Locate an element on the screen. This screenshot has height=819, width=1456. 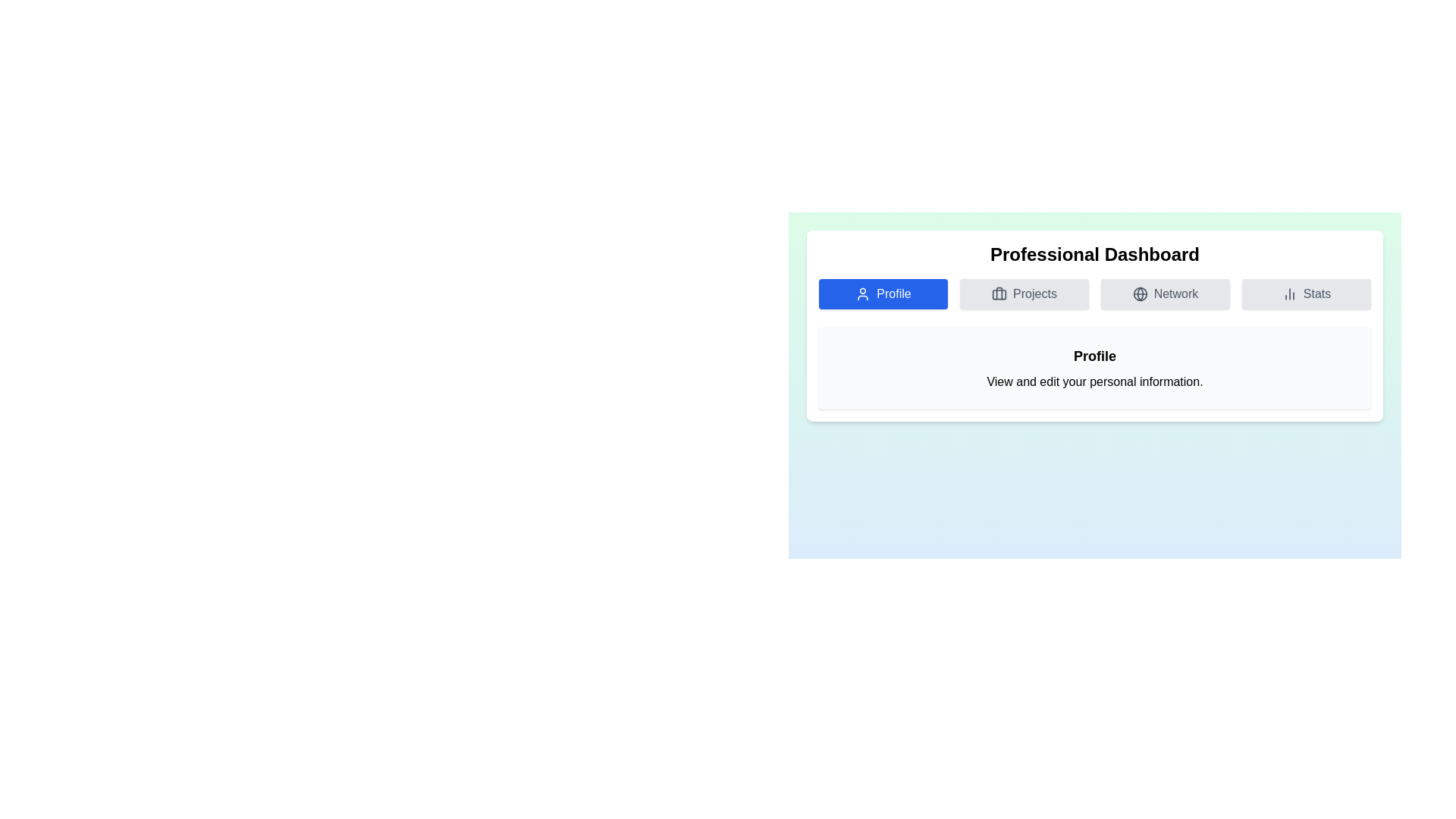
the tab labeled Projects is located at coordinates (1024, 294).